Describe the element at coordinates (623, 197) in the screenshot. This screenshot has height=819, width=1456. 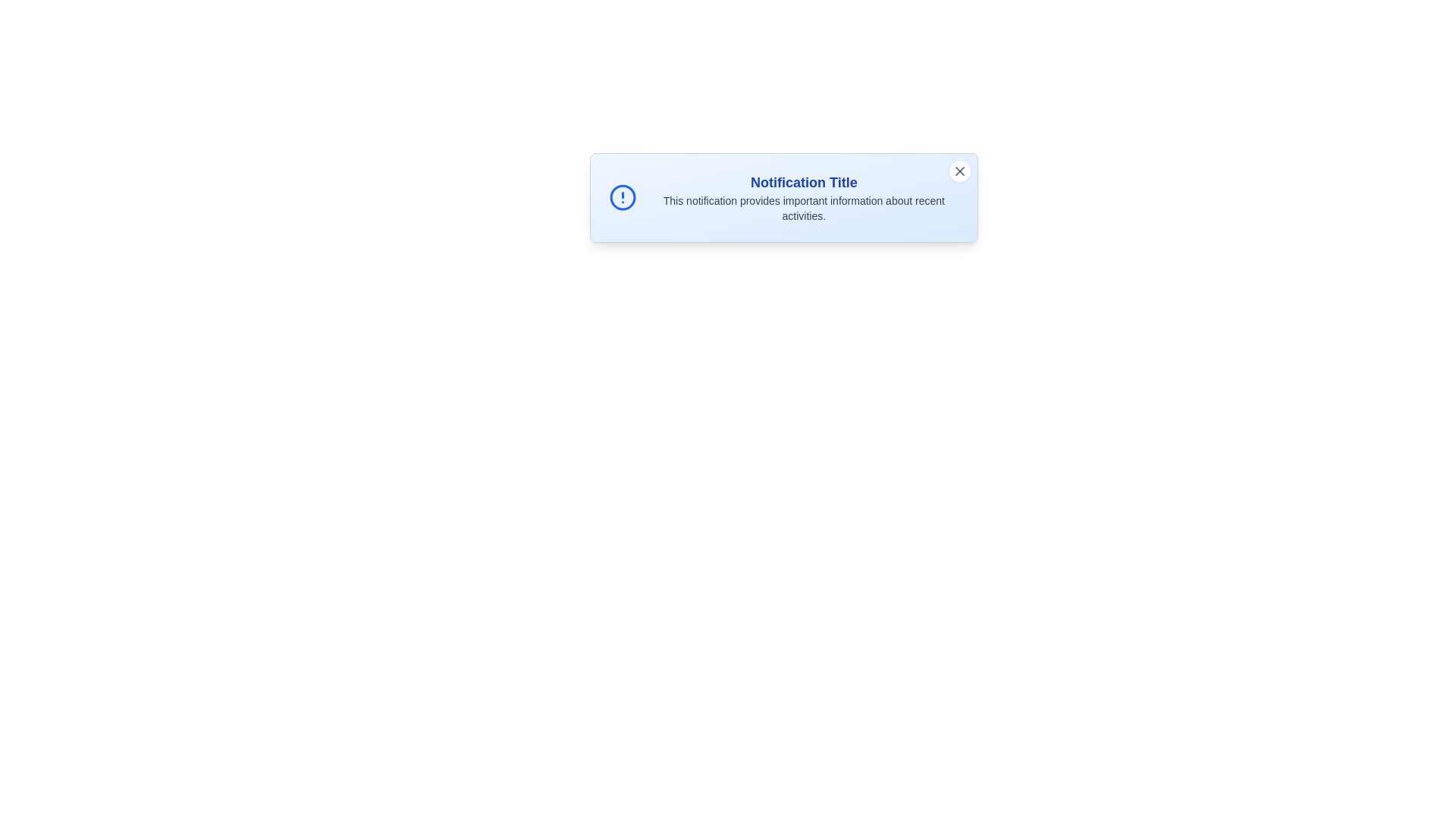
I see `the circular icon with a blue border and a blue exclamation mark, located on the left side of the notification banner adjacent to the title text` at that location.